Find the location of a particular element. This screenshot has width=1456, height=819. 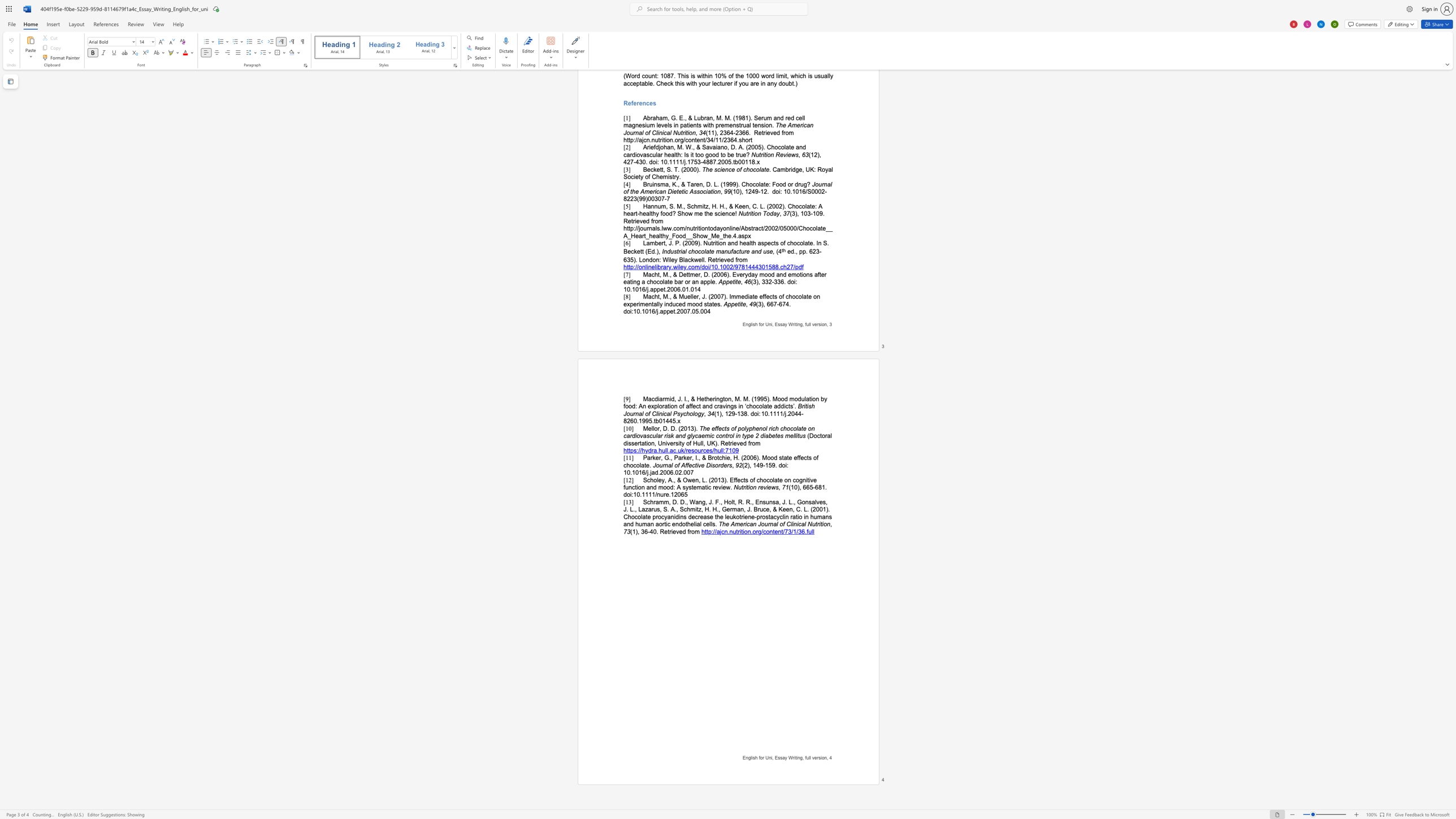

the 1th character "H" in the text is located at coordinates (695, 443).